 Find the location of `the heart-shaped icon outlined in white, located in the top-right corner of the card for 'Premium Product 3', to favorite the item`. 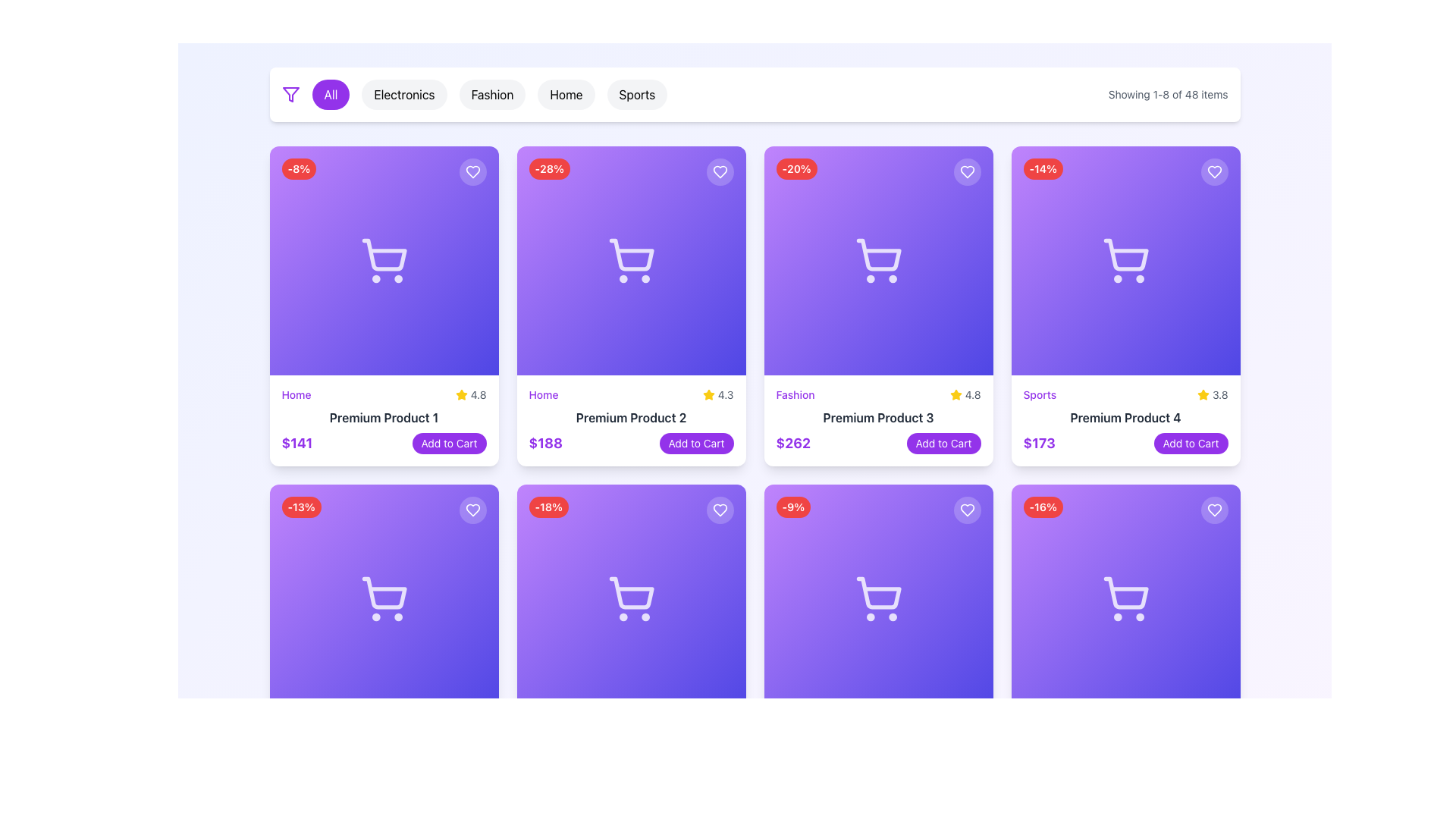

the heart-shaped icon outlined in white, located in the top-right corner of the card for 'Premium Product 3', to favorite the item is located at coordinates (966, 510).